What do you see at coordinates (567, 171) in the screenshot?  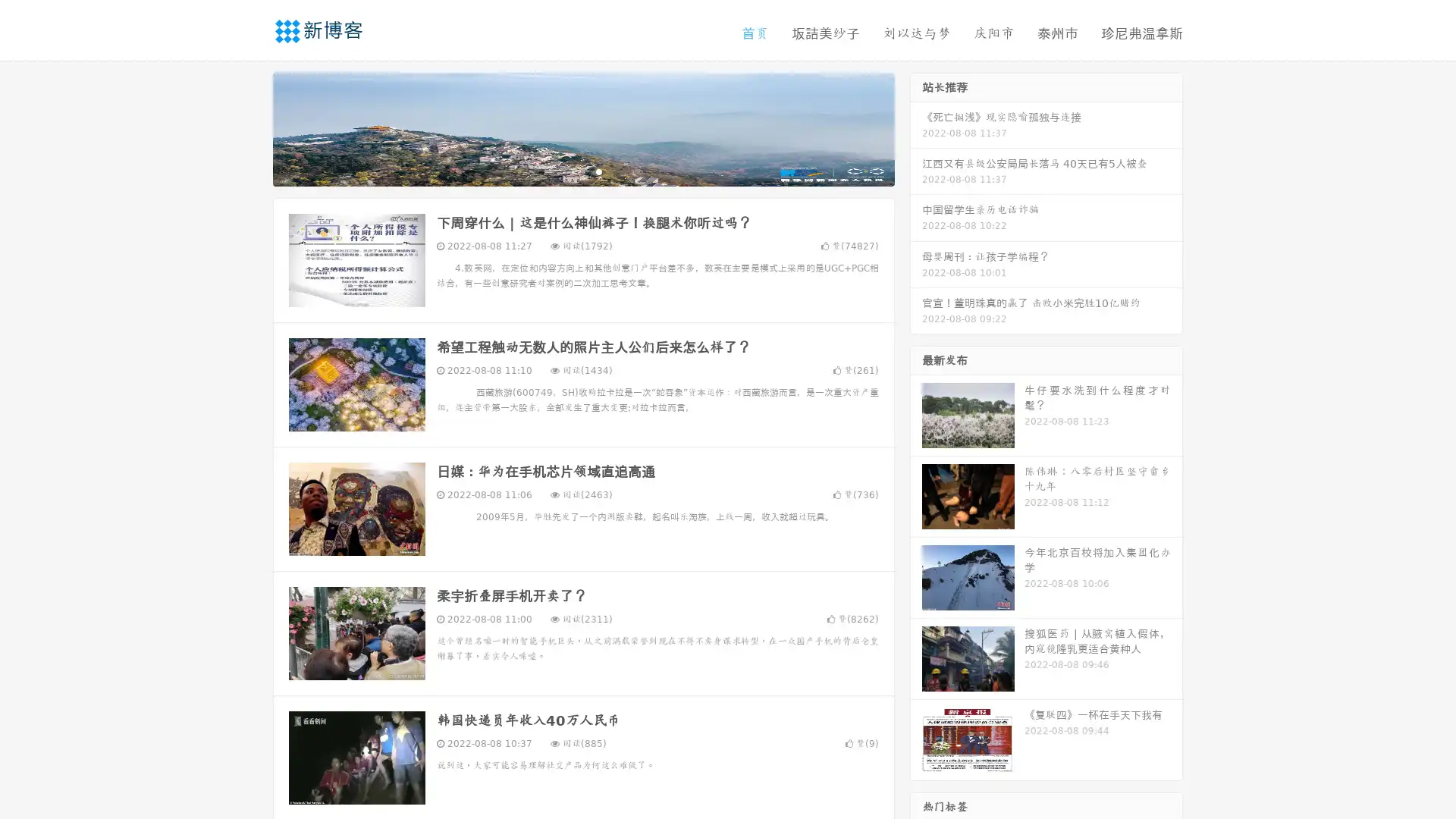 I see `Go to slide 1` at bounding box center [567, 171].